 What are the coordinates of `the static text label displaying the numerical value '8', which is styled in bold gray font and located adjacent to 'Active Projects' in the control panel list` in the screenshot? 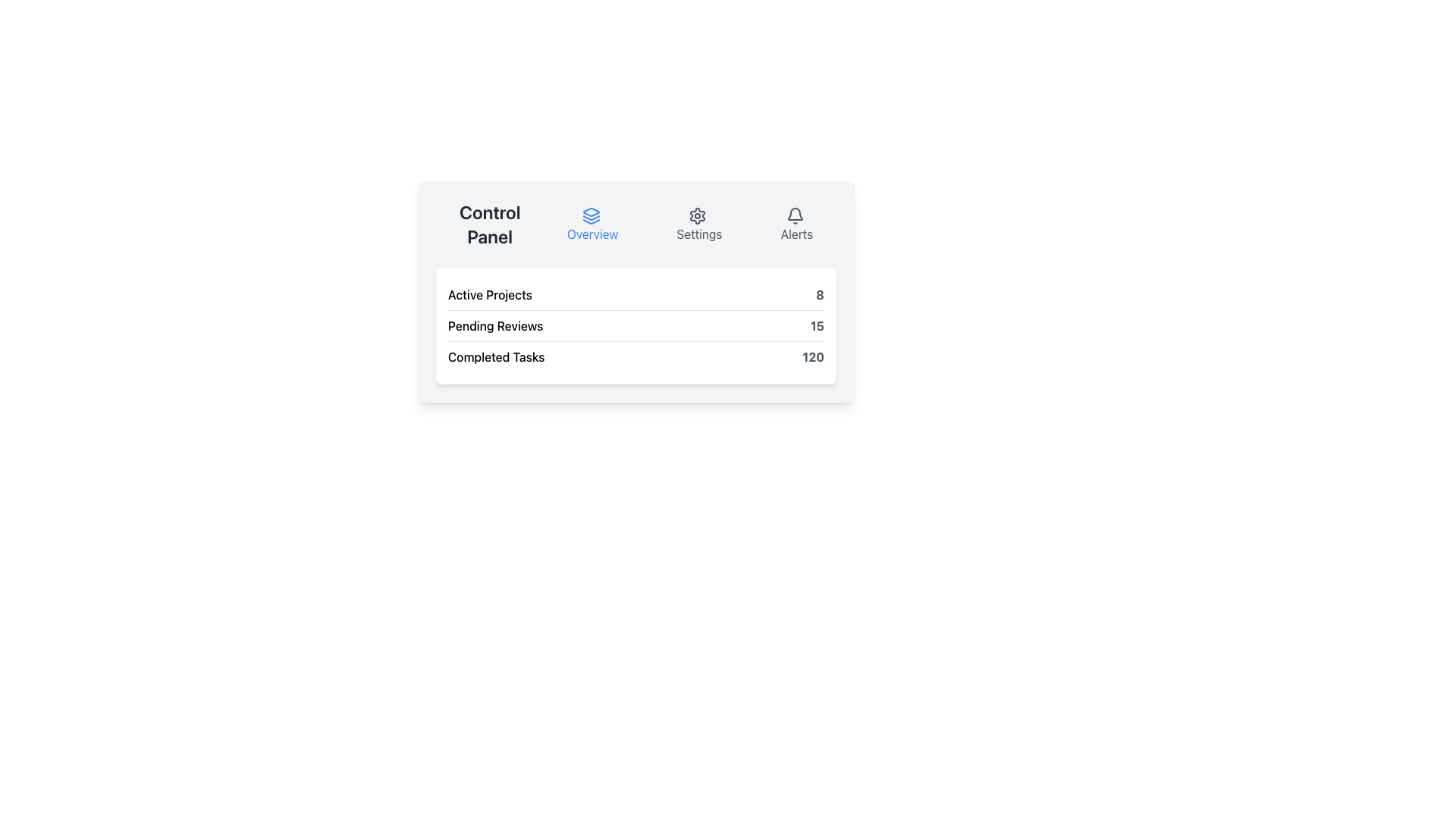 It's located at (819, 294).